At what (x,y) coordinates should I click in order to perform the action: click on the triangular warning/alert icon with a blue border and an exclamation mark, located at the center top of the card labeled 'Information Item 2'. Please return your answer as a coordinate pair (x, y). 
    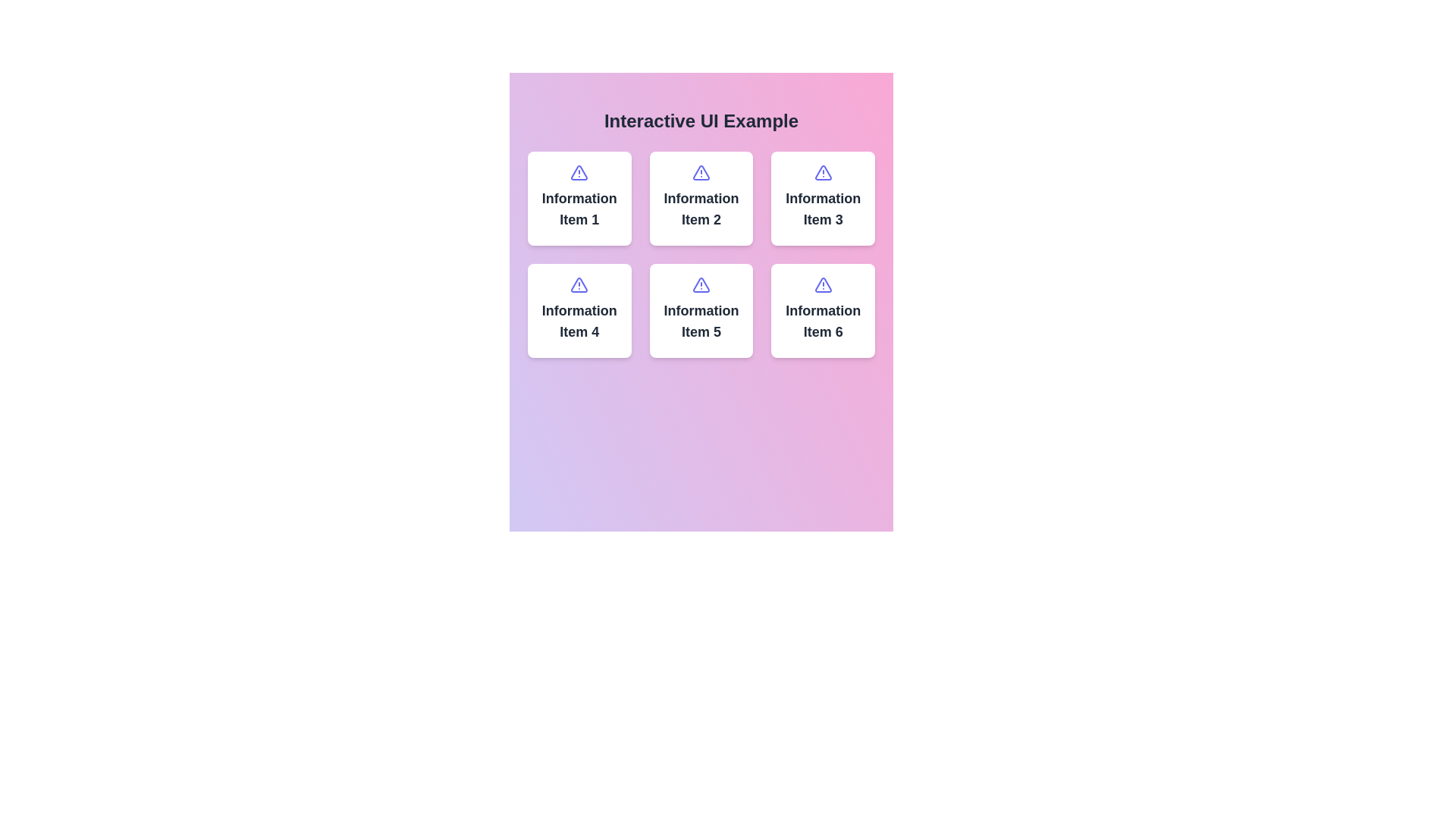
    Looking at the image, I should click on (701, 171).